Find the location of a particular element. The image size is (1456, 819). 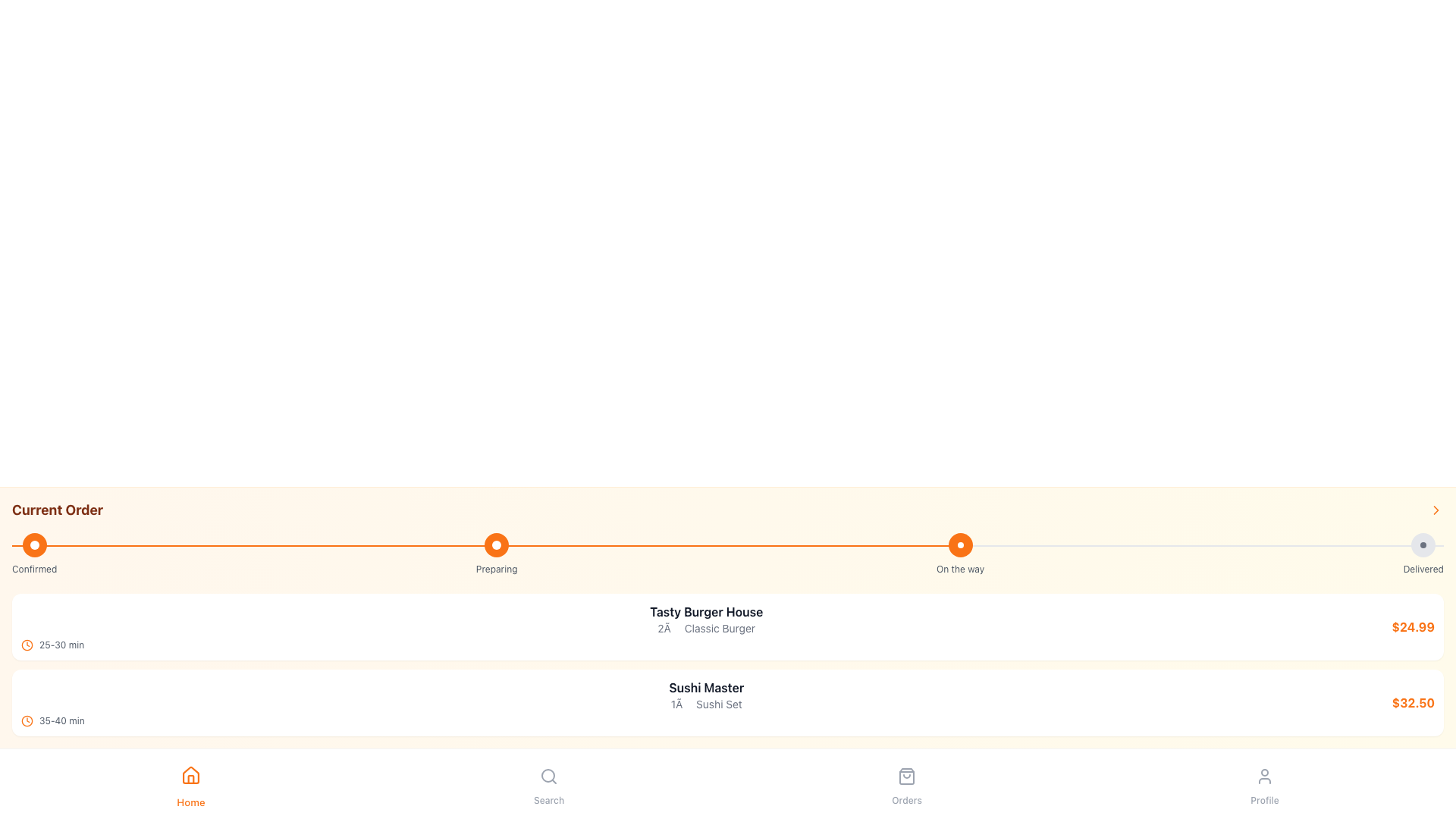

the price display for the 'Tasty Burger House' item, located at the rightmost side of its card is located at coordinates (1412, 626).